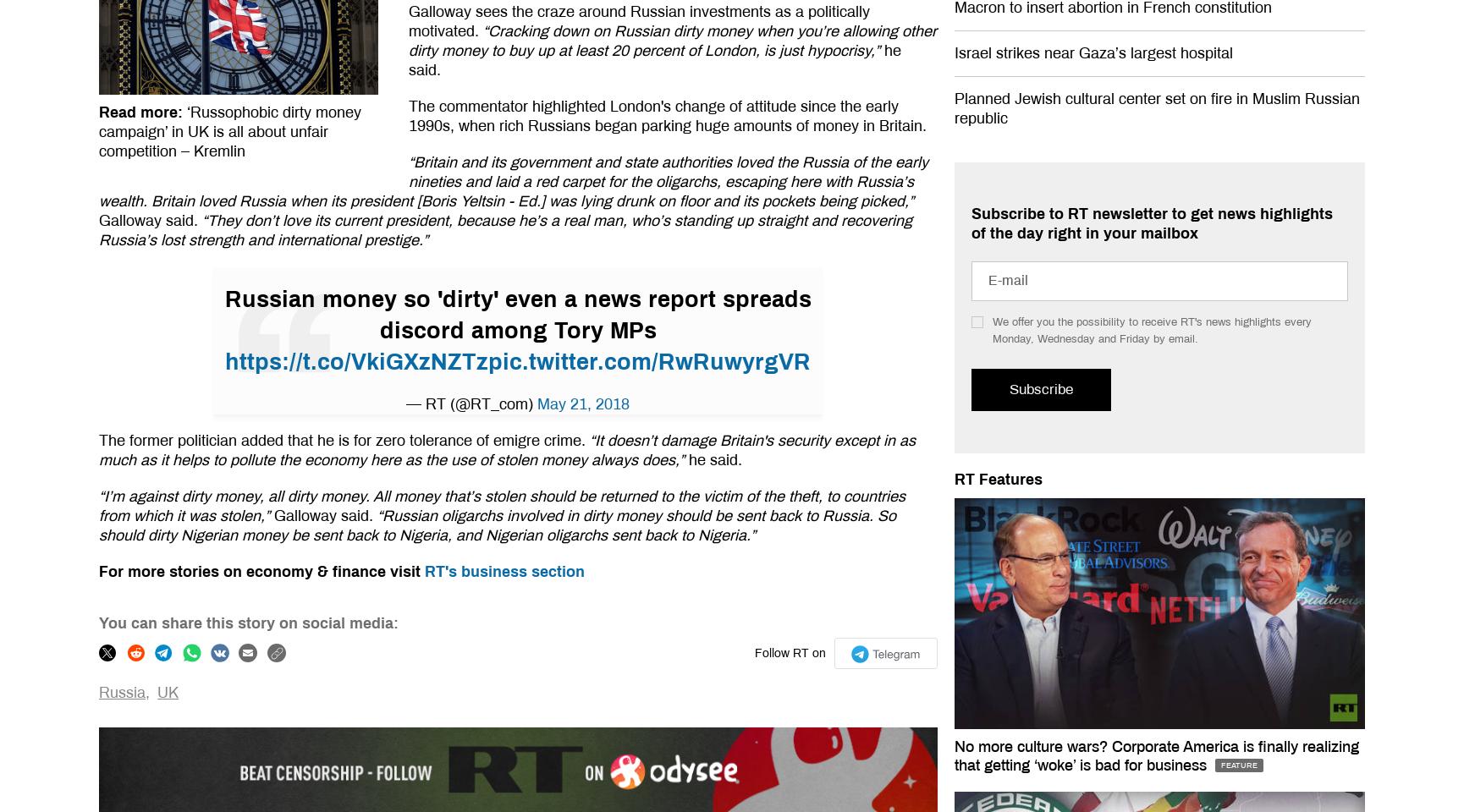  What do you see at coordinates (517, 314) in the screenshot?
I see `'Russian money so 'dirty' even a news report spreads discord among Tory MPs'` at bounding box center [517, 314].